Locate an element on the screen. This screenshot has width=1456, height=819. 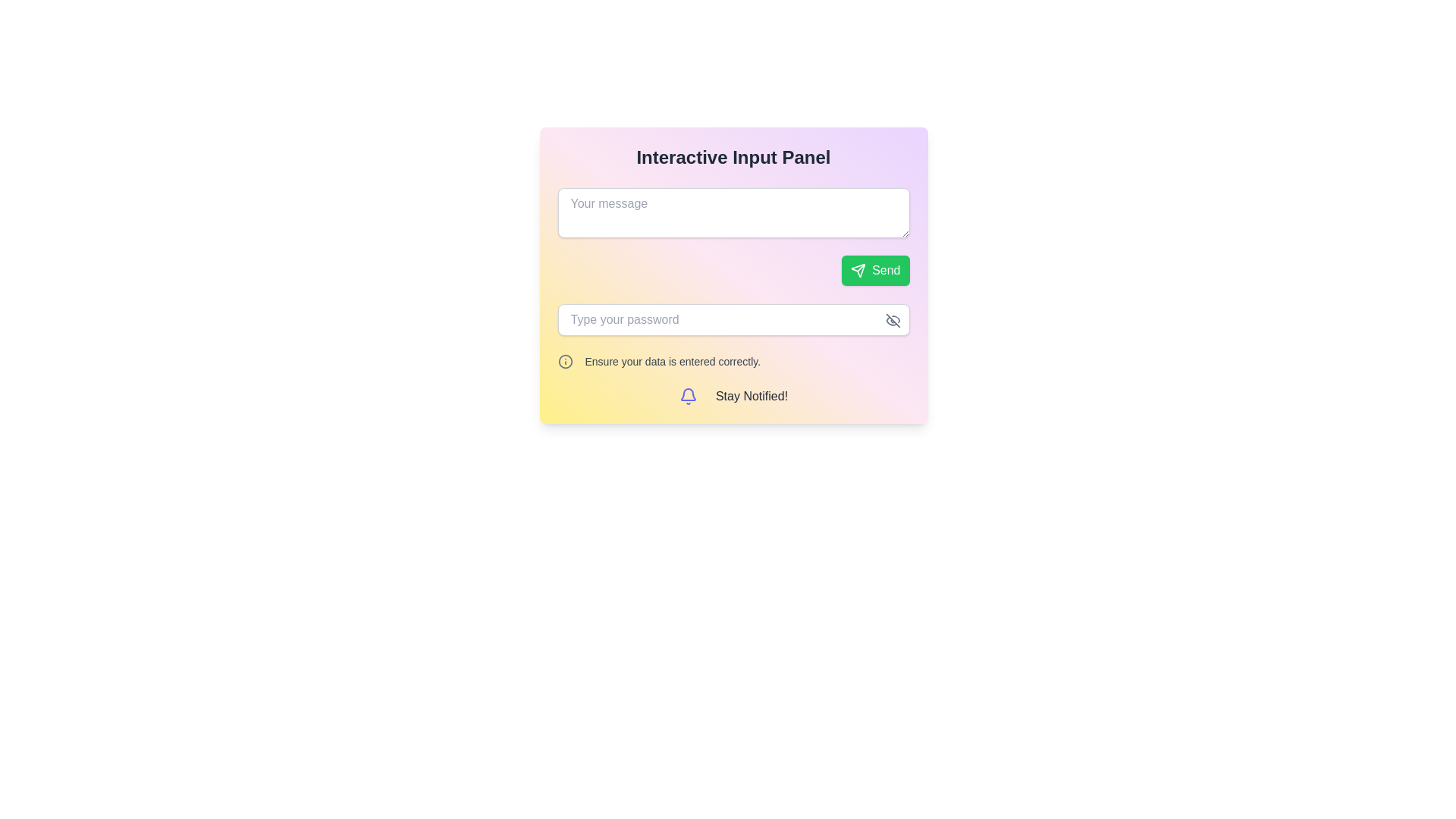
the send message button located at the top right corner of the input field section is located at coordinates (875, 270).